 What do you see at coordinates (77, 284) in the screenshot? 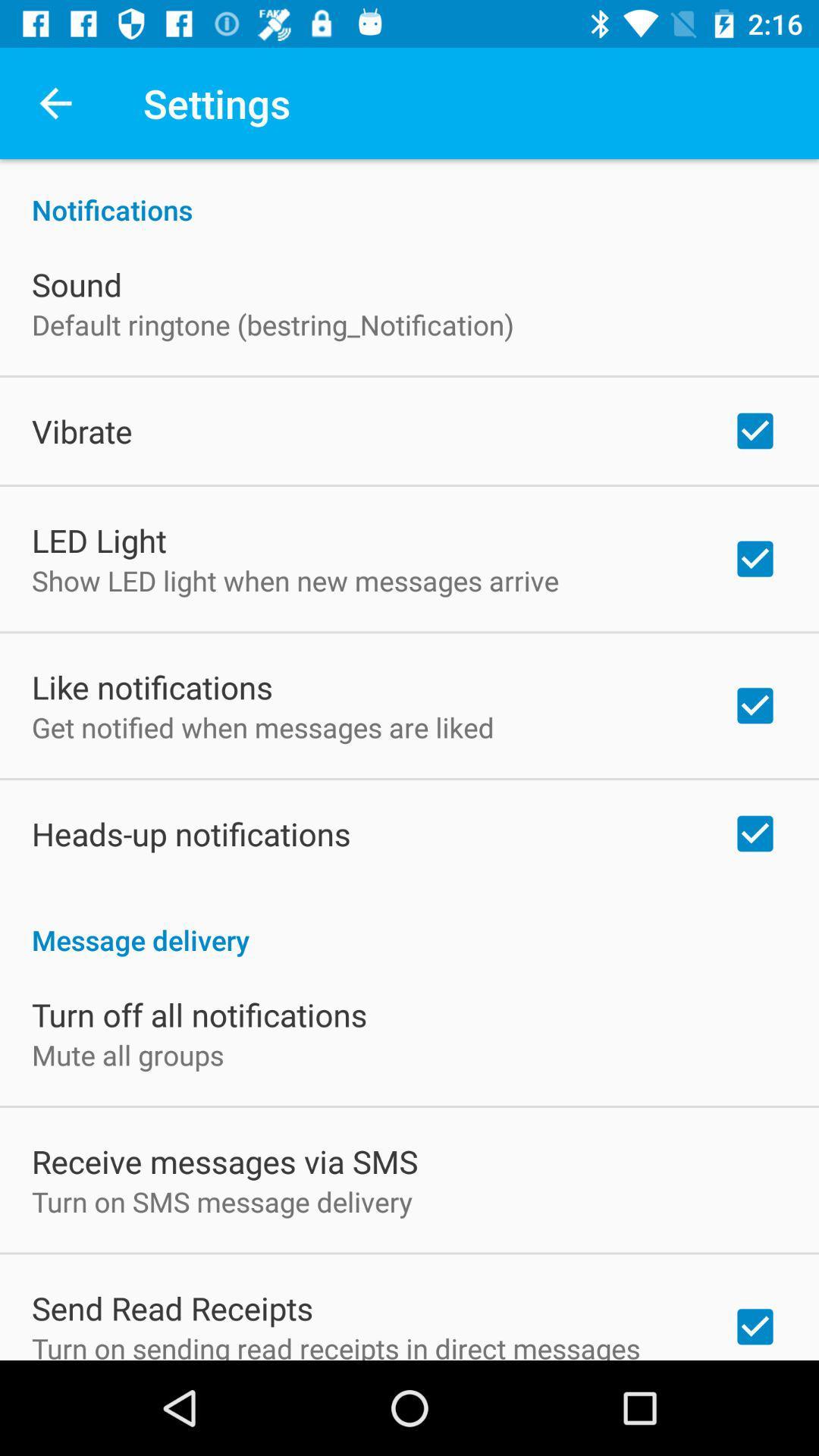
I see `icon above default ringtone (bestring_notification) item` at bounding box center [77, 284].